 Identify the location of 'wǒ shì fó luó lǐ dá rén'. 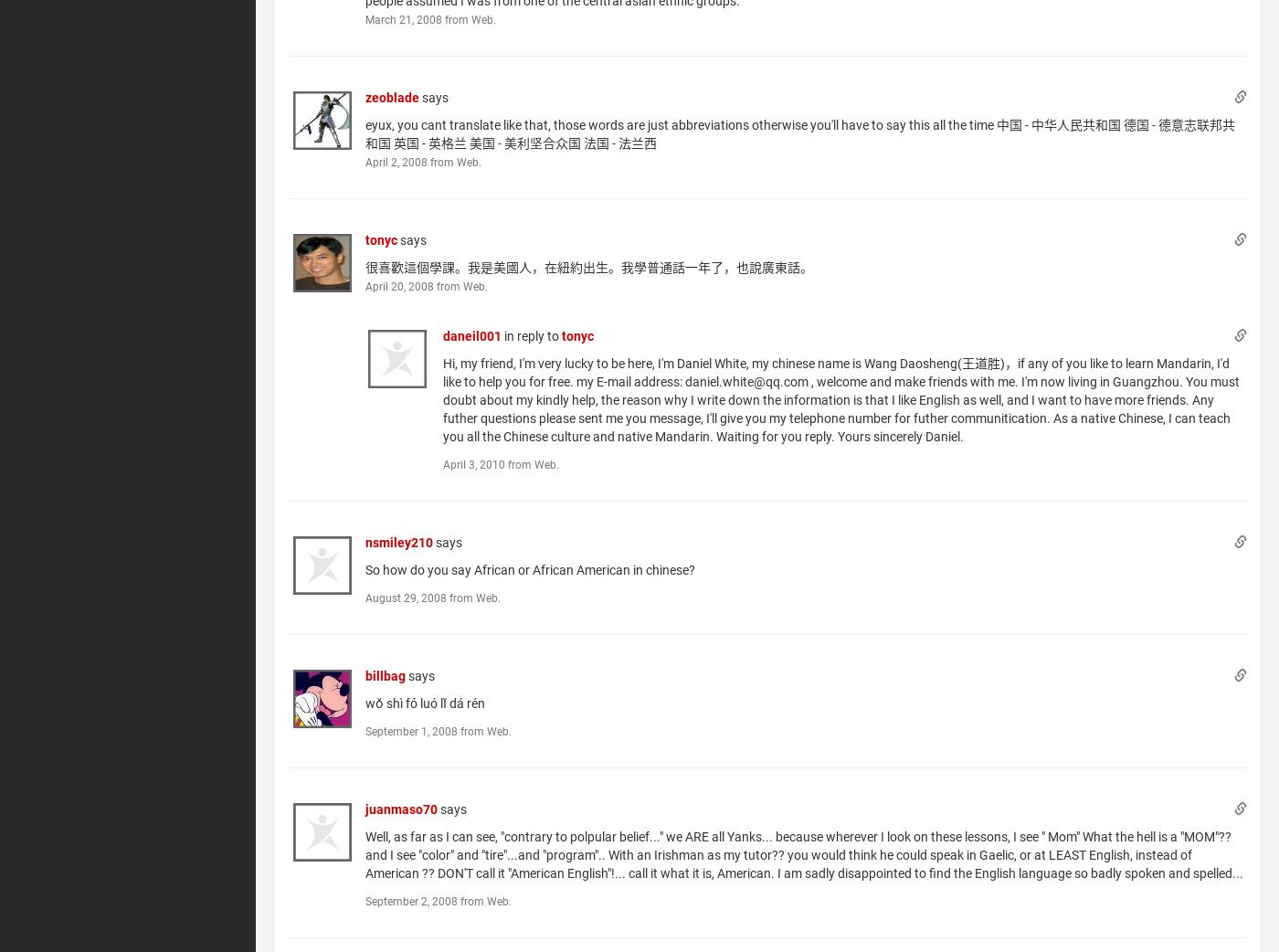
(425, 701).